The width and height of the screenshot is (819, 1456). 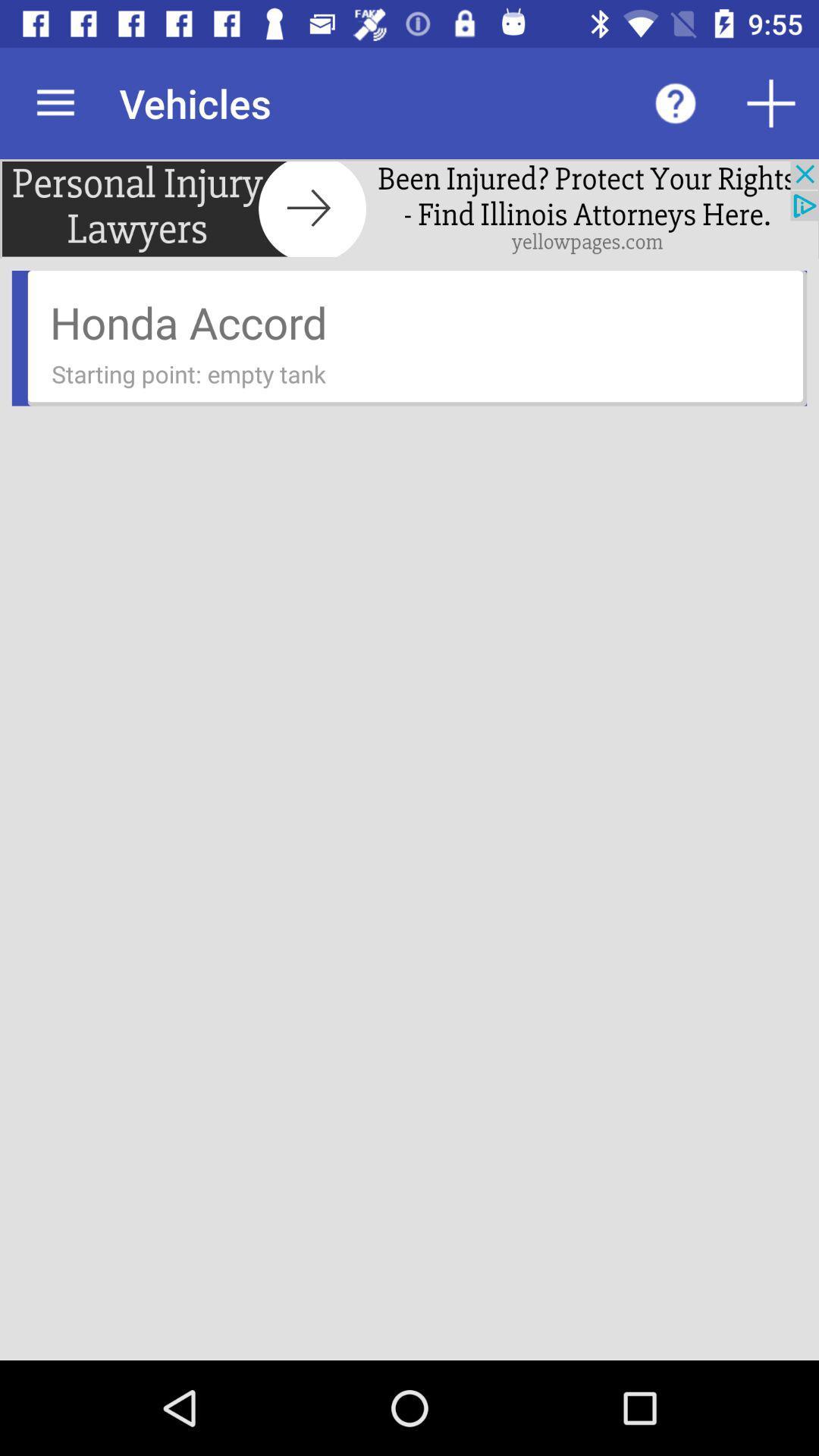 What do you see at coordinates (771, 102) in the screenshot?
I see `autoplay option` at bounding box center [771, 102].